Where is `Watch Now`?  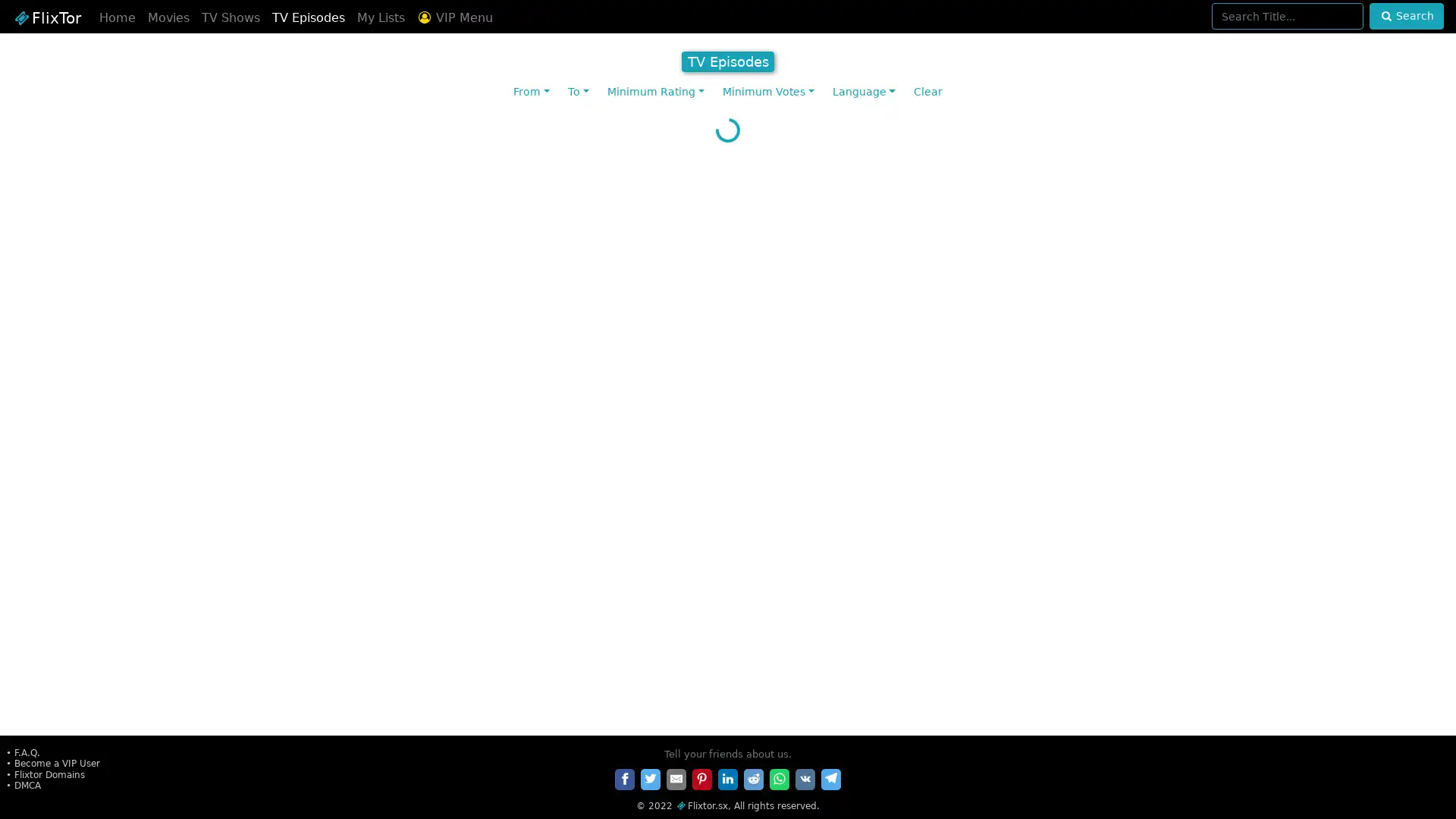
Watch Now is located at coordinates (987, 332).